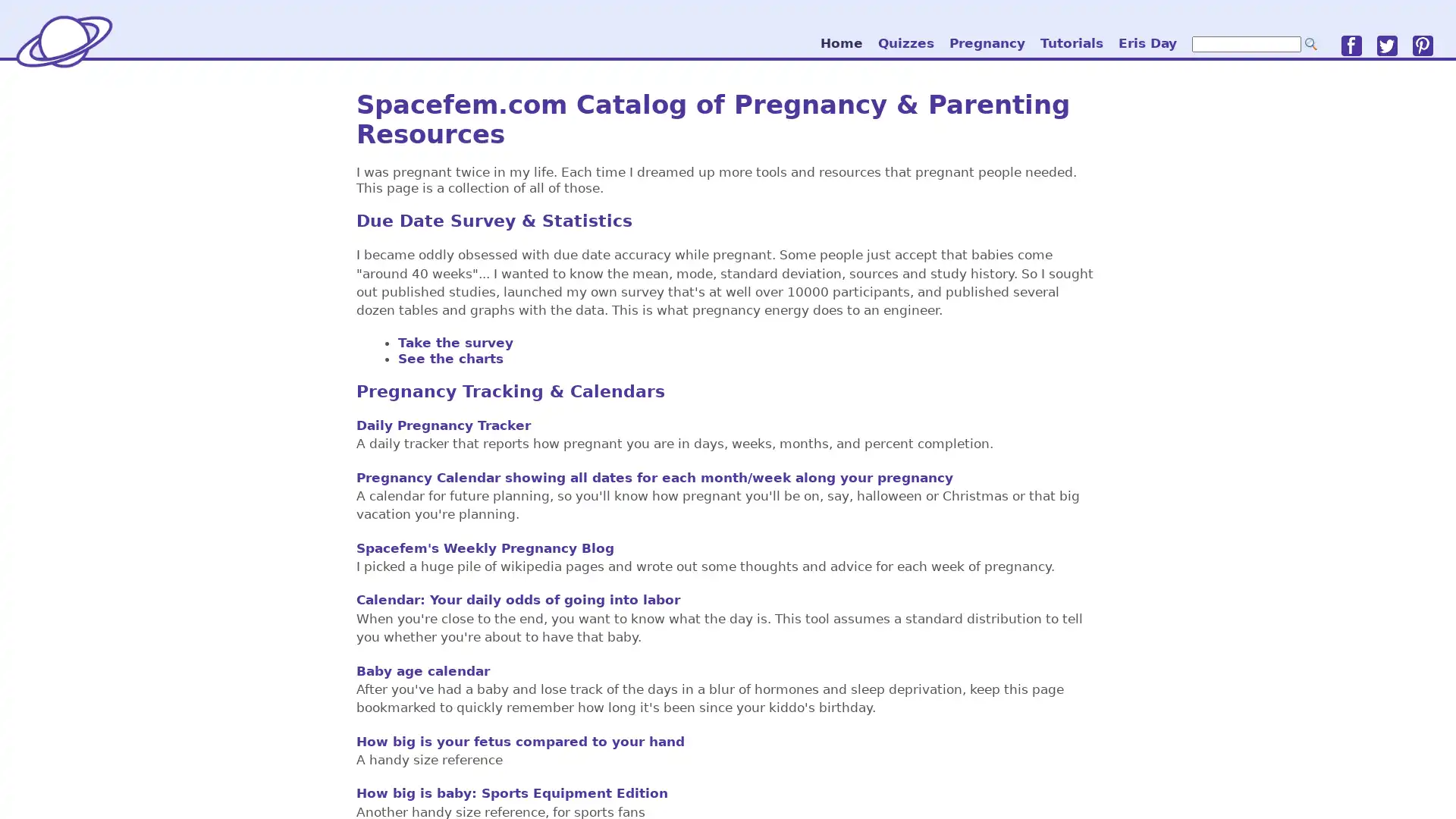  I want to click on go, so click(1314, 42).